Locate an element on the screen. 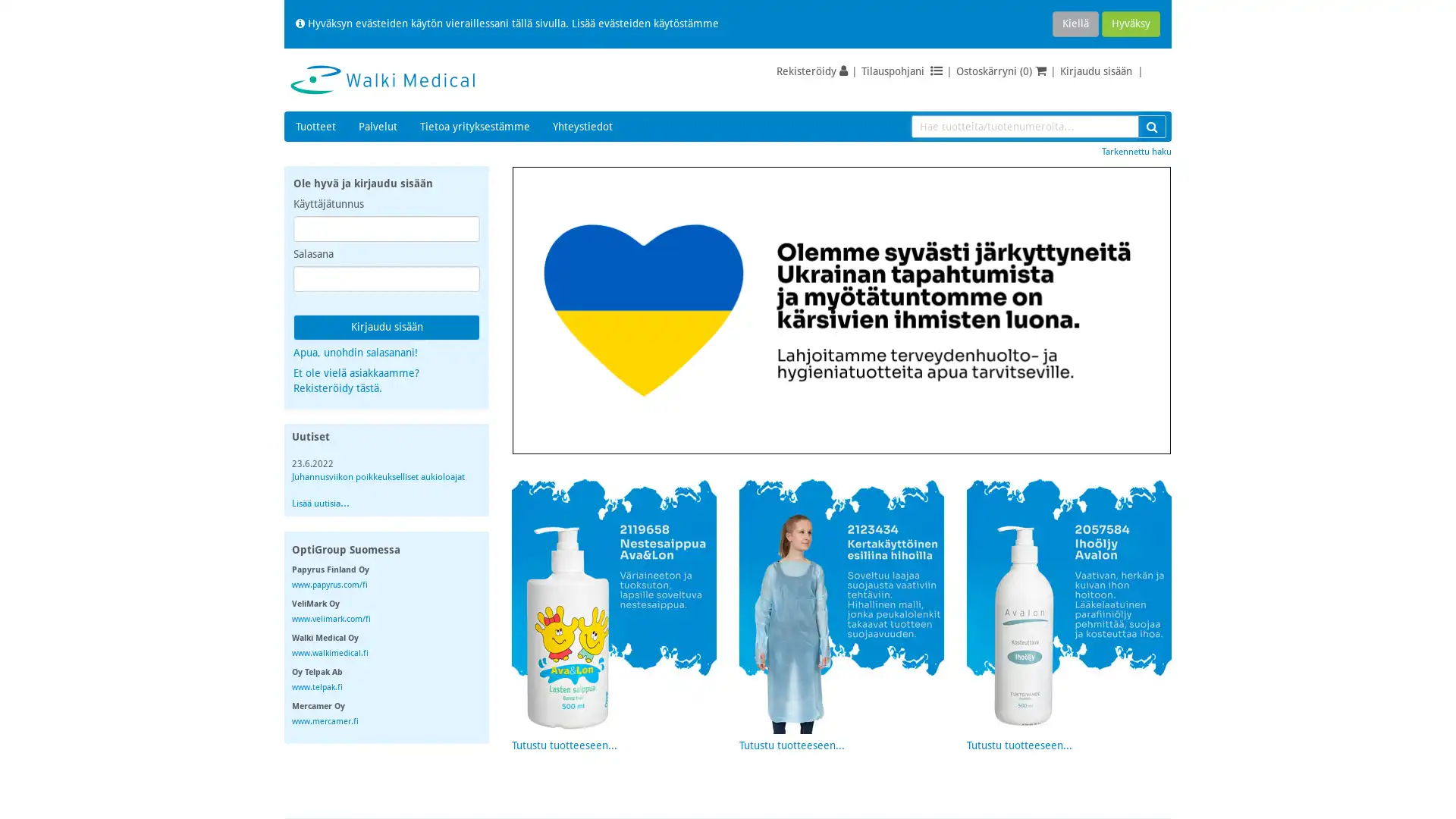 The image size is (1456, 819). Kirjaudu sisaan is located at coordinates (386, 327).